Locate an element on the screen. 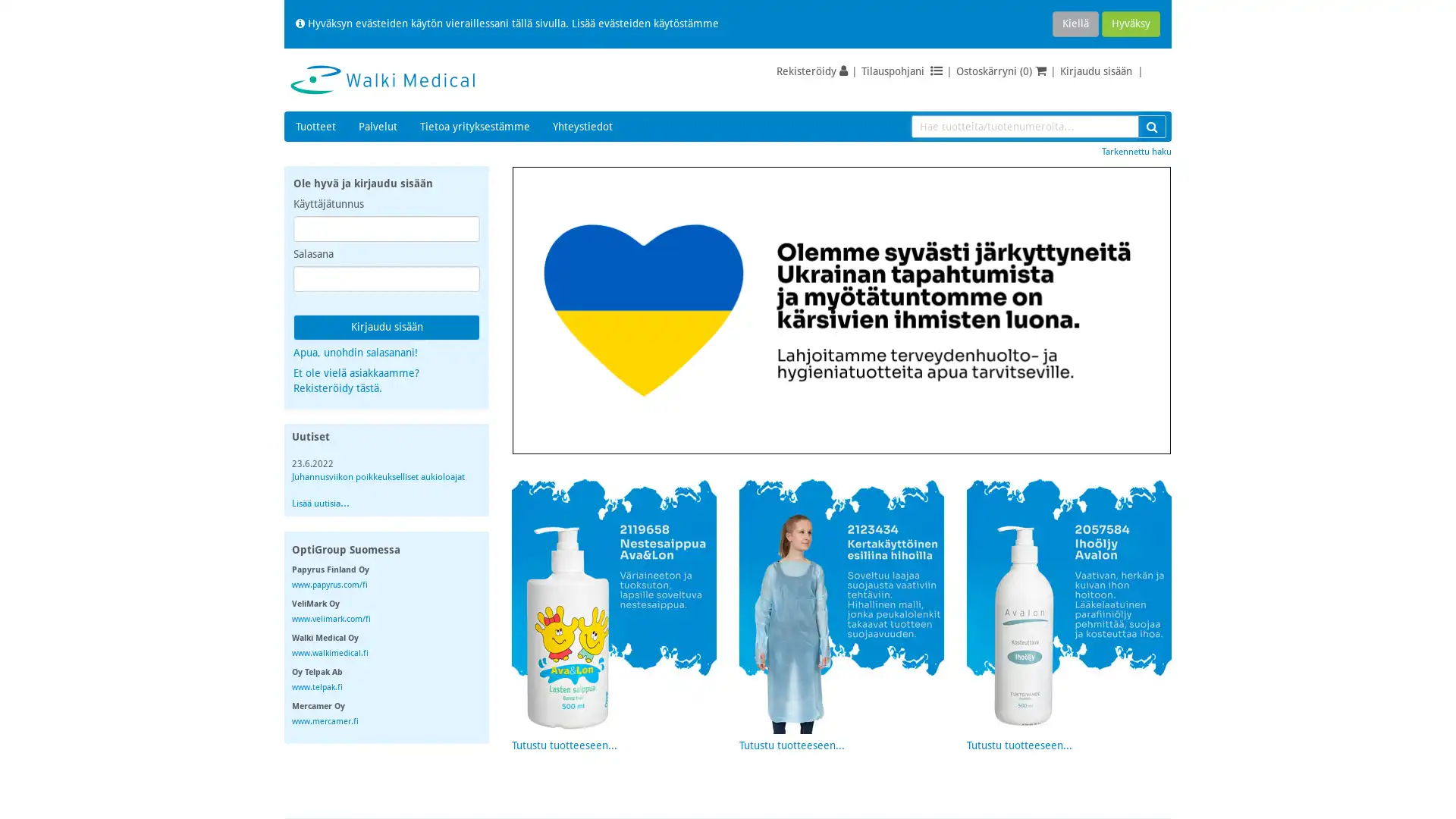 The image size is (1456, 819). Kirjaudu sisaan is located at coordinates (386, 327).